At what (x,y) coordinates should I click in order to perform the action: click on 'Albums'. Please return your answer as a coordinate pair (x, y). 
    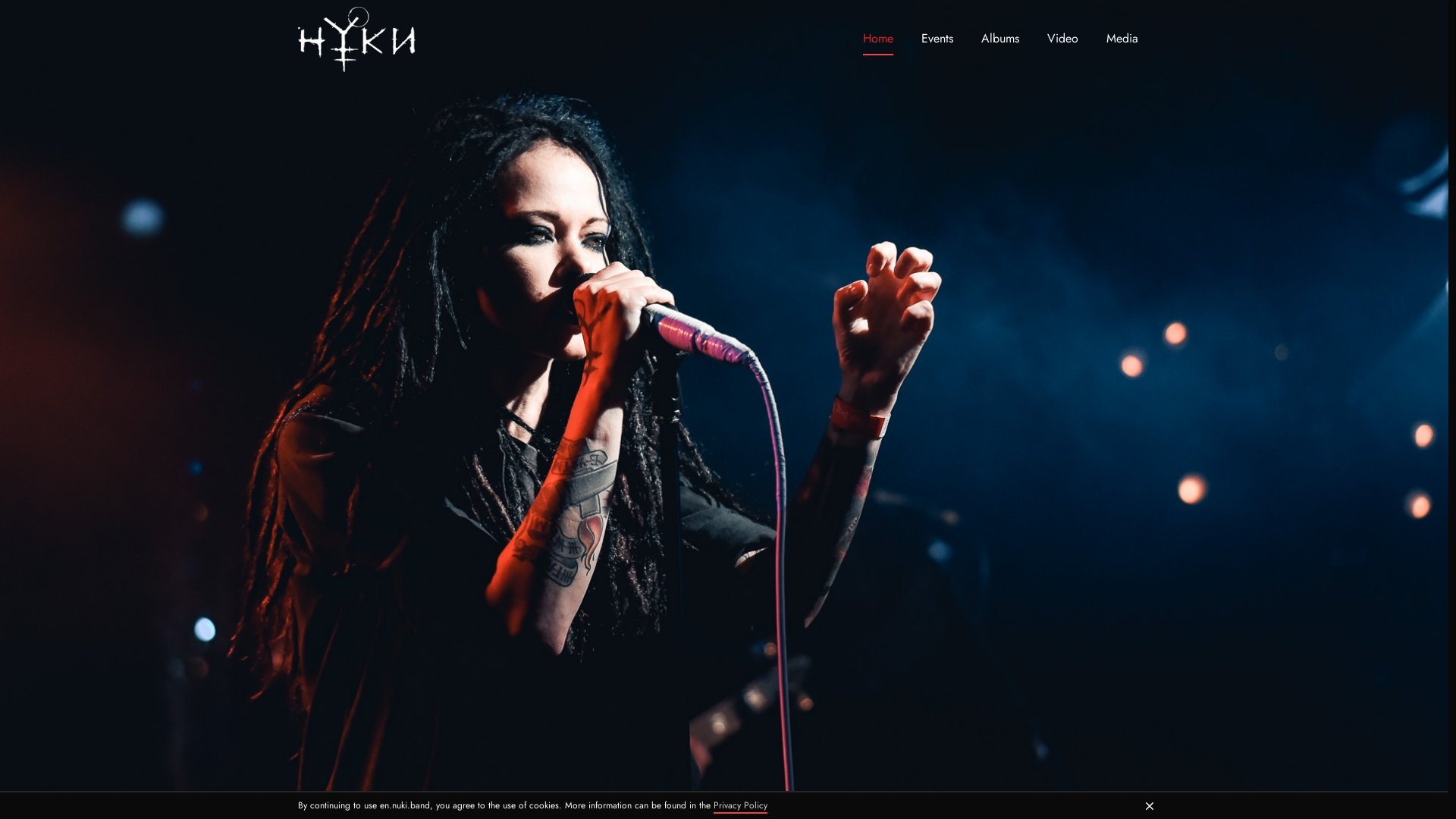
    Looking at the image, I should click on (1000, 38).